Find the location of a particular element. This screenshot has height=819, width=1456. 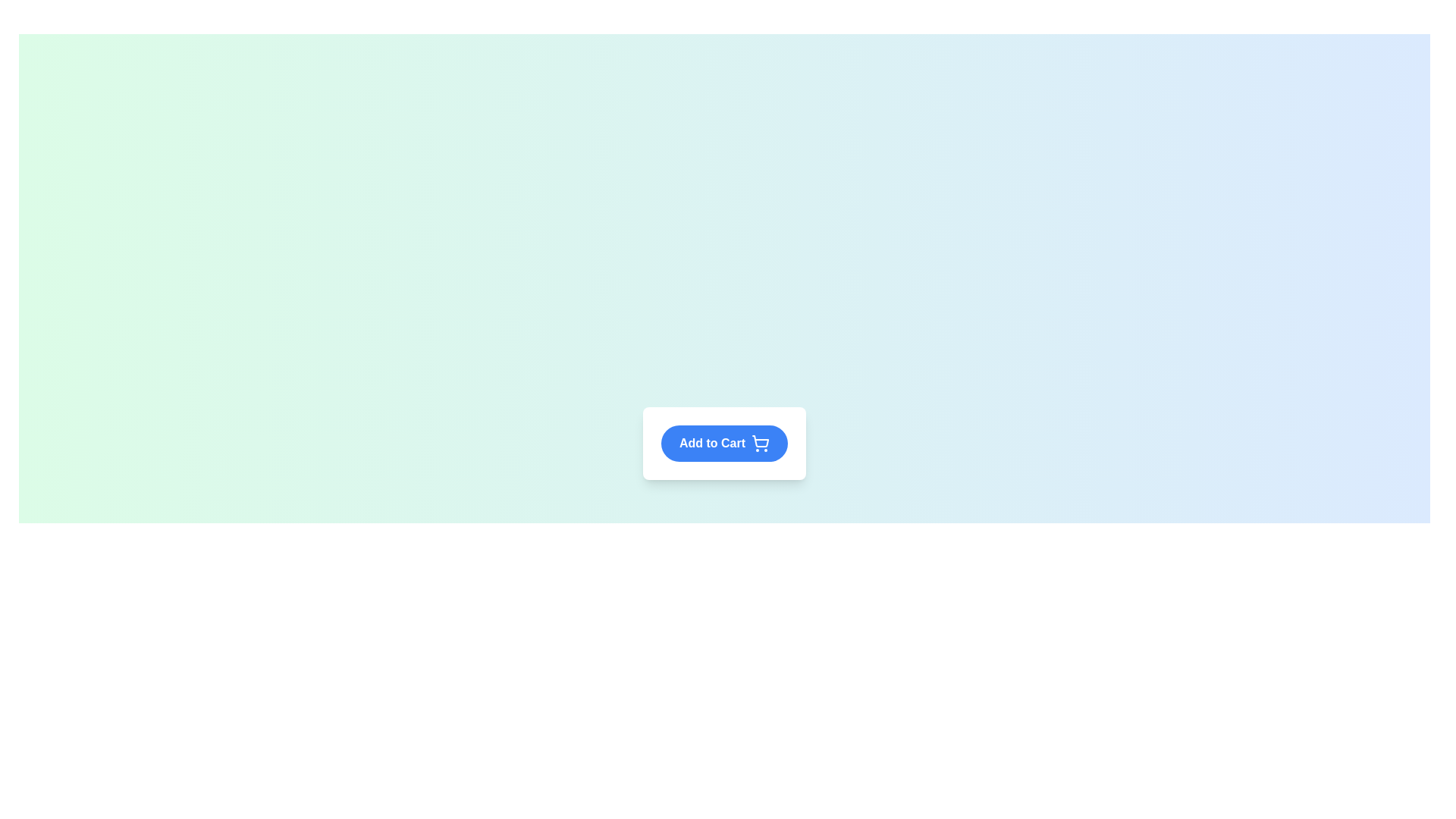

the shopping cart icon located to the right of the 'Add to Cart' button text is located at coordinates (761, 444).